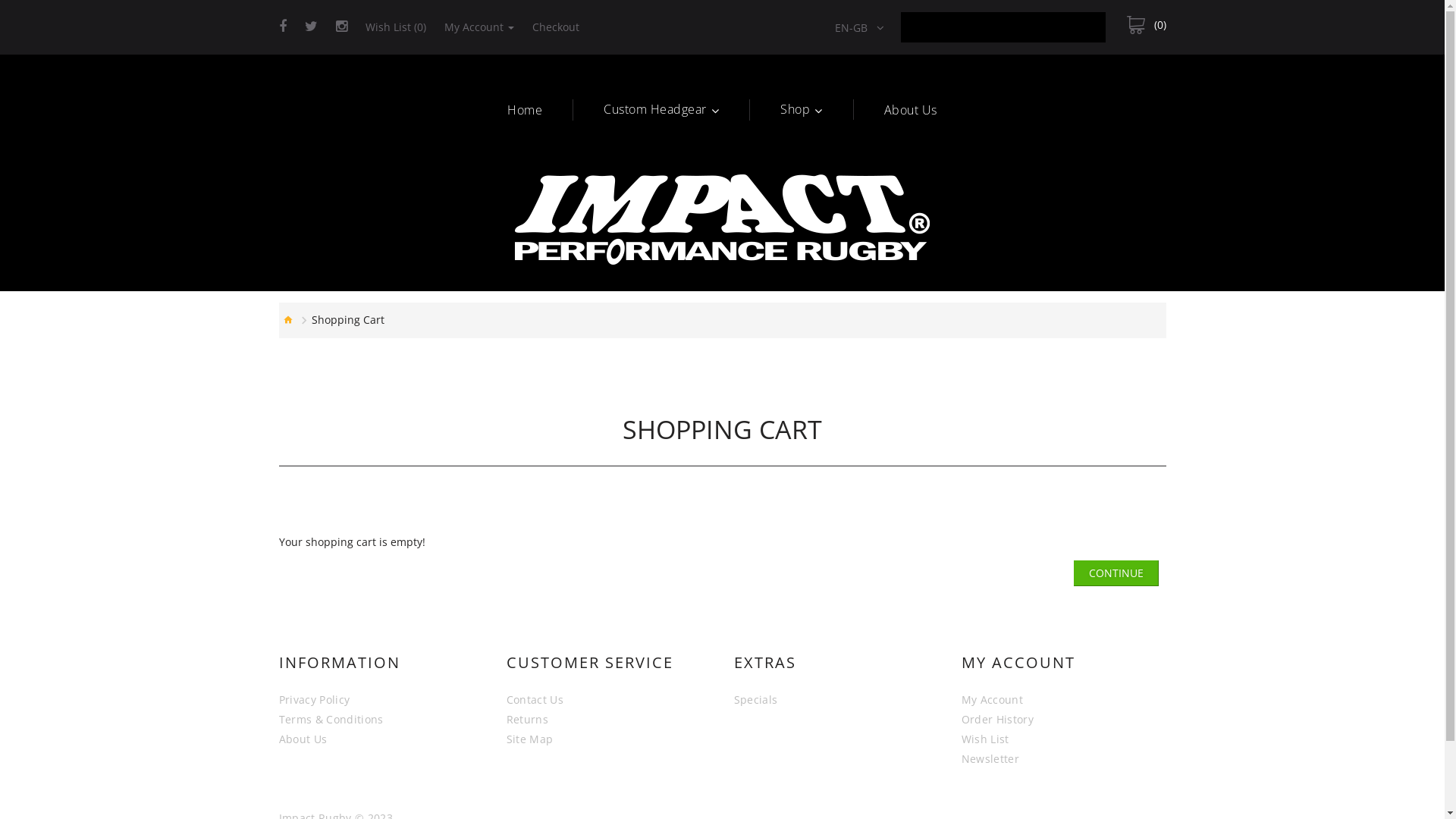 This screenshot has width=1456, height=819. What do you see at coordinates (1147, 25) in the screenshot?
I see `'0'` at bounding box center [1147, 25].